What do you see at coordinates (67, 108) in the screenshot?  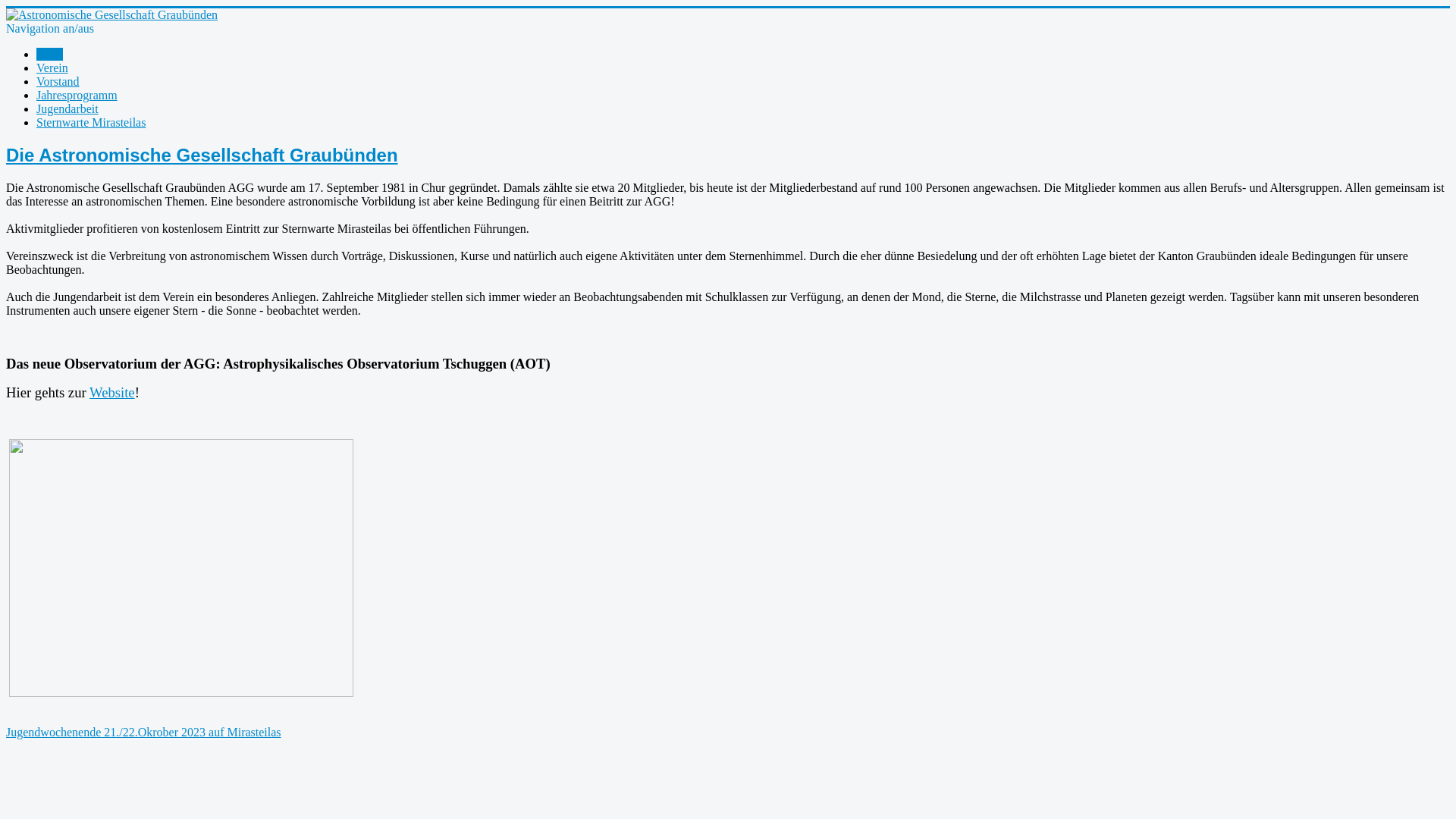 I see `'Jugendarbeit'` at bounding box center [67, 108].